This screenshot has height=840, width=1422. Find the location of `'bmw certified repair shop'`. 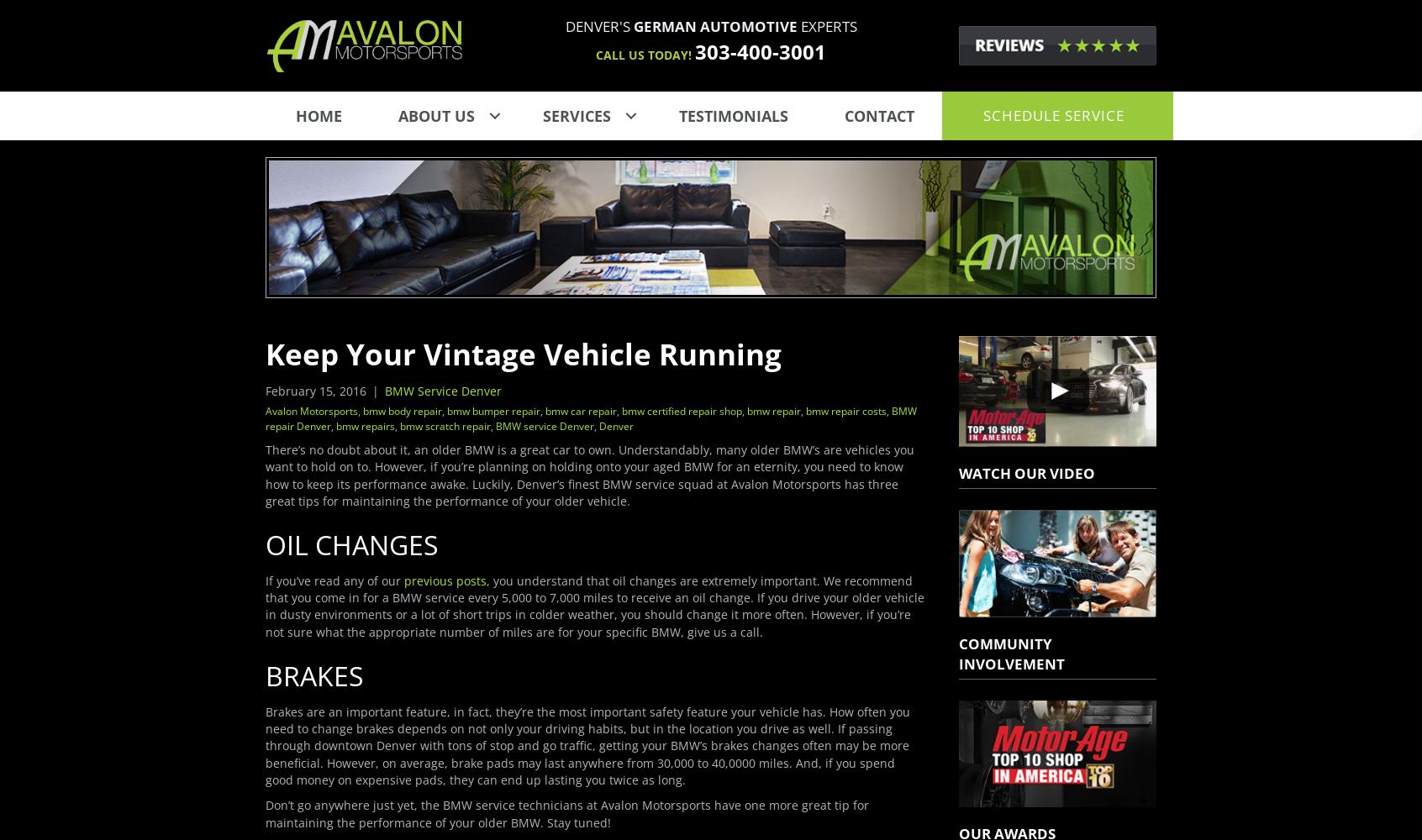

'bmw certified repair shop' is located at coordinates (682, 410).